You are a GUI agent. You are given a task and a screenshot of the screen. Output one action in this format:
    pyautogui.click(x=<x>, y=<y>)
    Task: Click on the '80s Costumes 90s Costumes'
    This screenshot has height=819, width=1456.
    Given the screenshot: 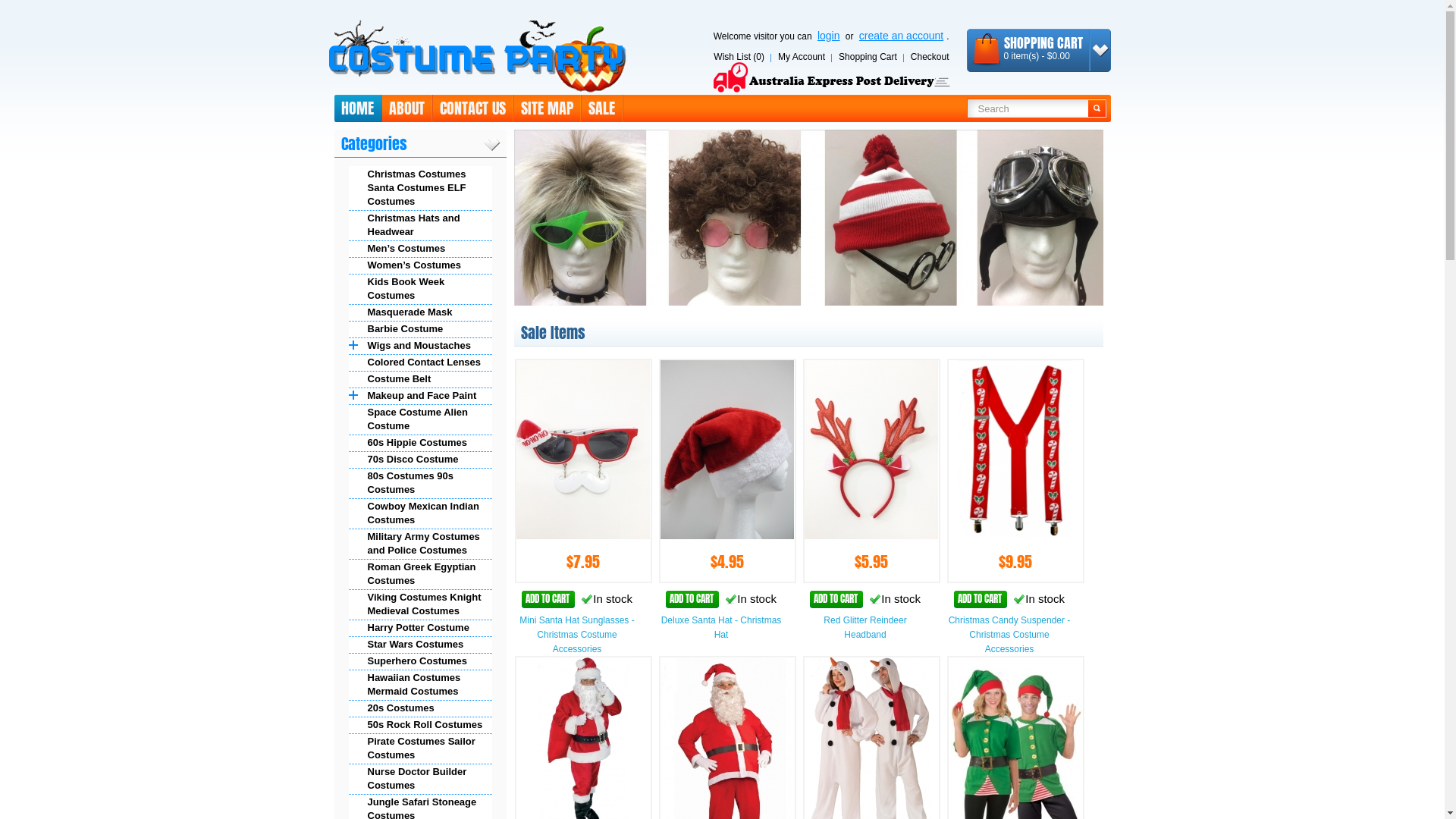 What is the action you would take?
    pyautogui.click(x=420, y=482)
    